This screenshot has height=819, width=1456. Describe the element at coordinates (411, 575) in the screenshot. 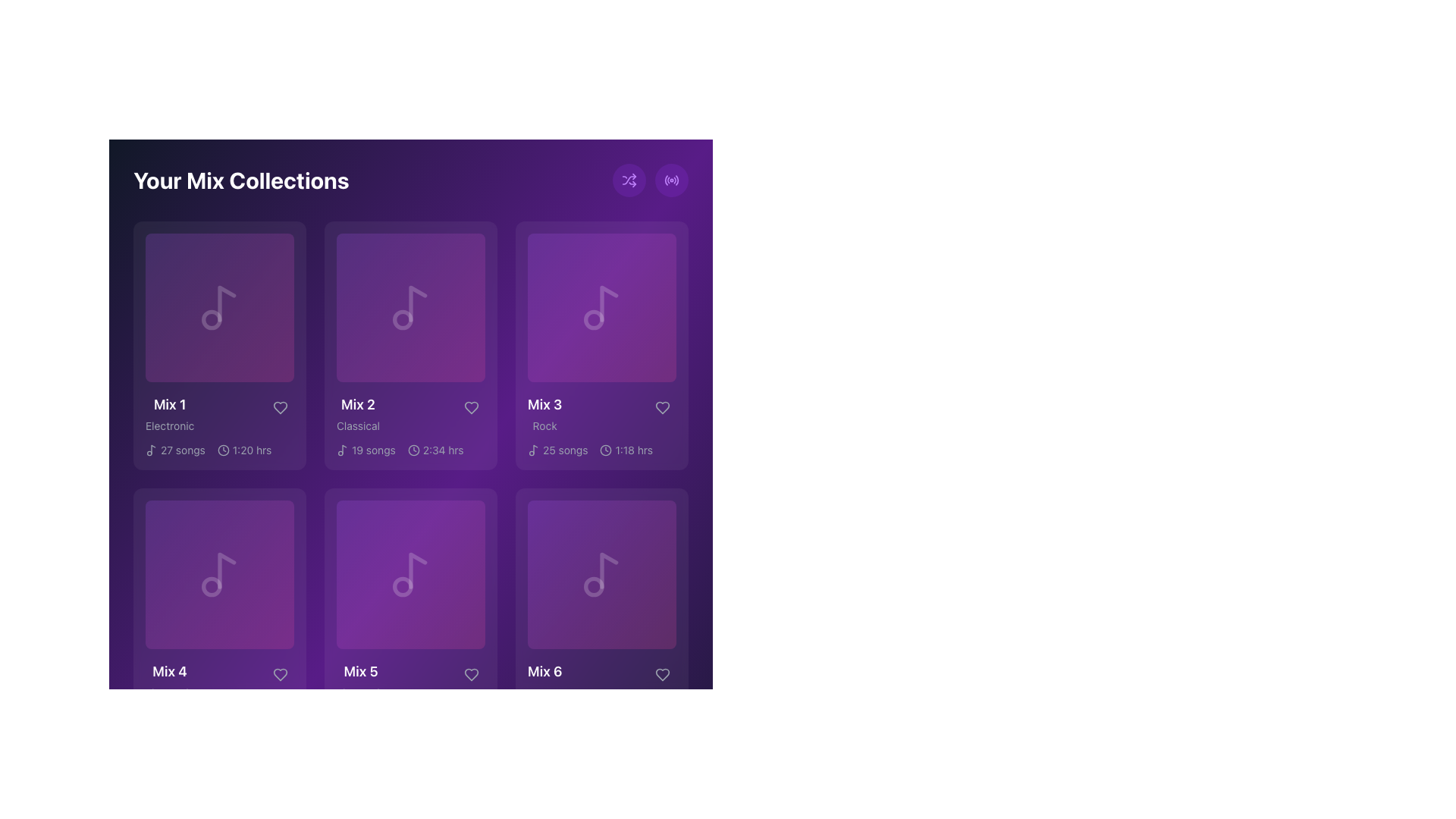

I see `the Play icon located in the center of the 'Mix 5' card to initiate playback` at that location.